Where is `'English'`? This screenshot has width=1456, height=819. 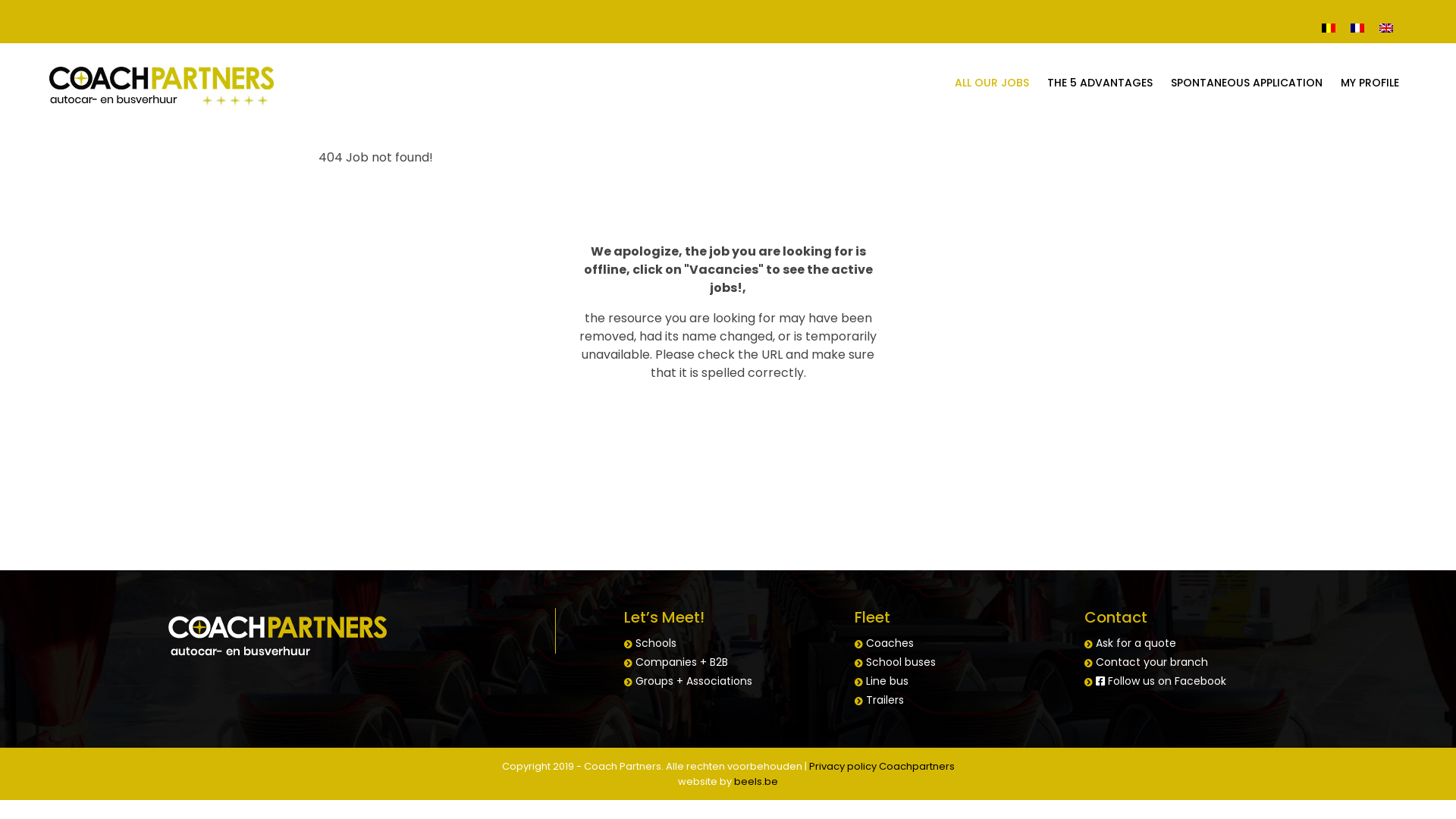 'English' is located at coordinates (1386, 27).